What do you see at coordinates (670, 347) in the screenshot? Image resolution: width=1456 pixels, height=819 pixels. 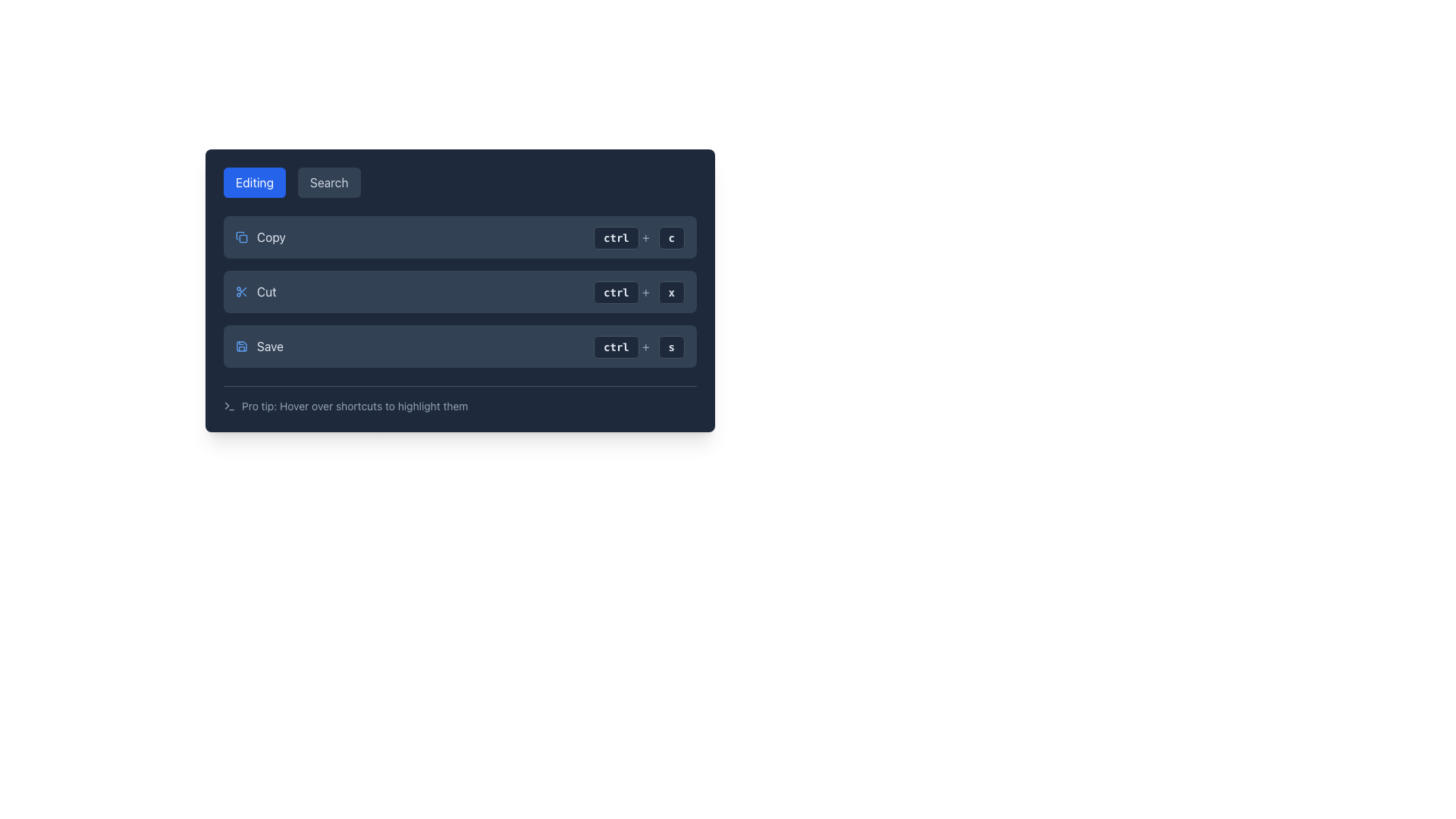 I see `the Button-like indicator for the 'Save' function, which shows the keyboard shortcut 'Ctrl + S' and is located as the last item in the third row of shortcut instructions` at bounding box center [670, 347].